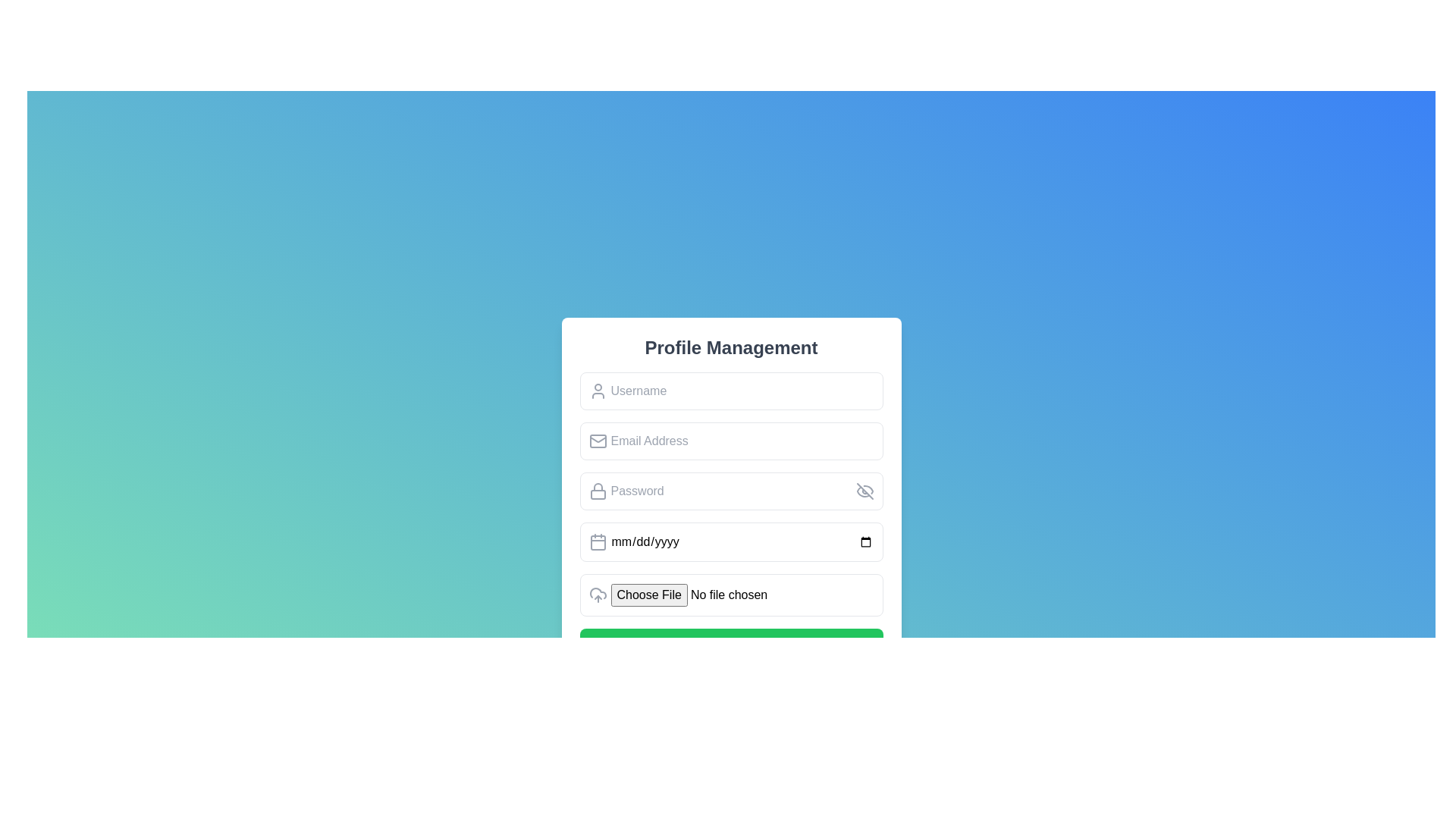 The height and width of the screenshot is (819, 1456). I want to click on the gray envelope icon located to the left of the 'Email Address' input field, which is visually centered within the field, so click(597, 441).